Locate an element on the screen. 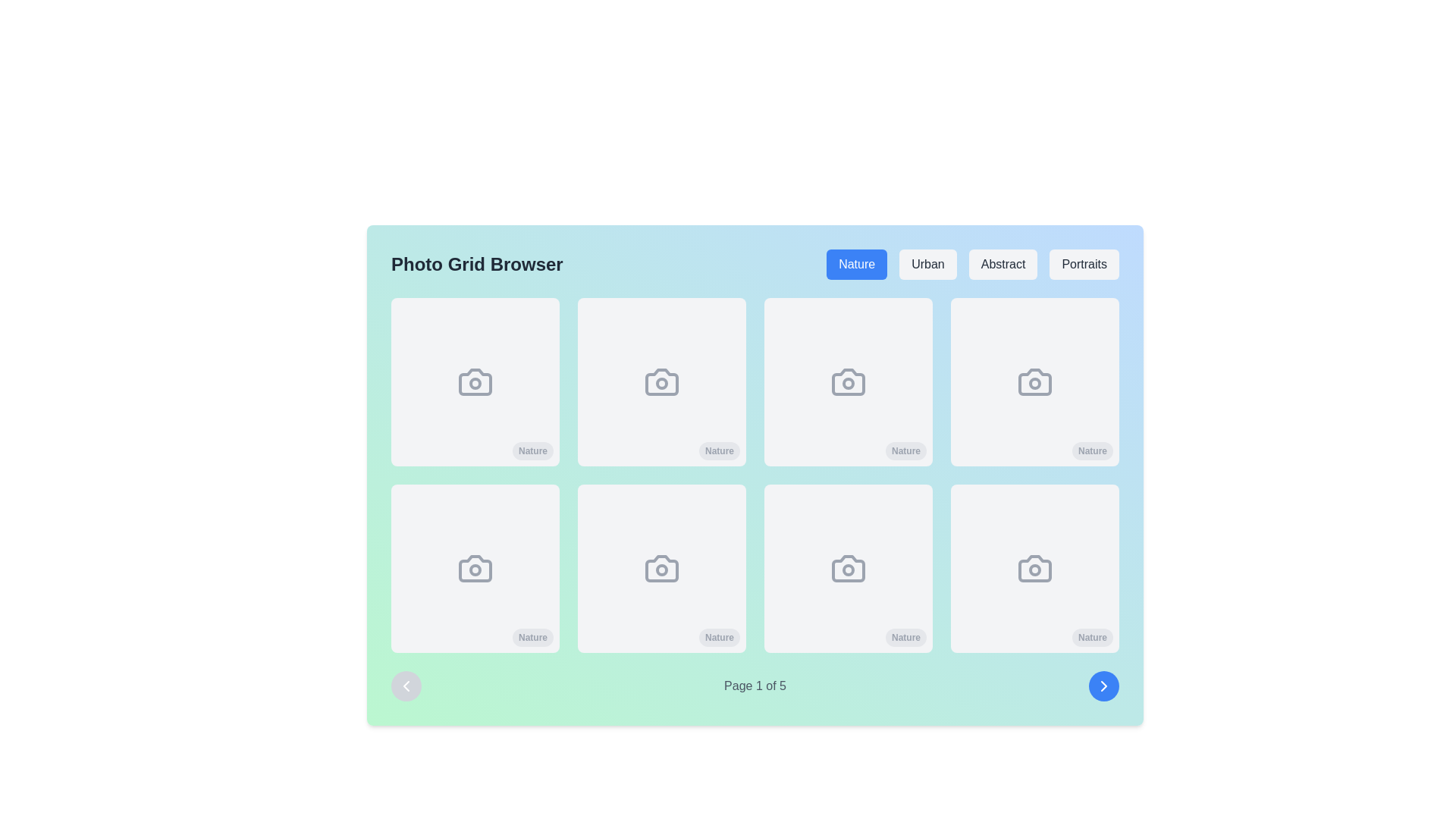 The height and width of the screenshot is (819, 1456). the Image grid cell with a camera icon and 'Nature' label positioned in the second row and third column of the grid layout is located at coordinates (847, 381).